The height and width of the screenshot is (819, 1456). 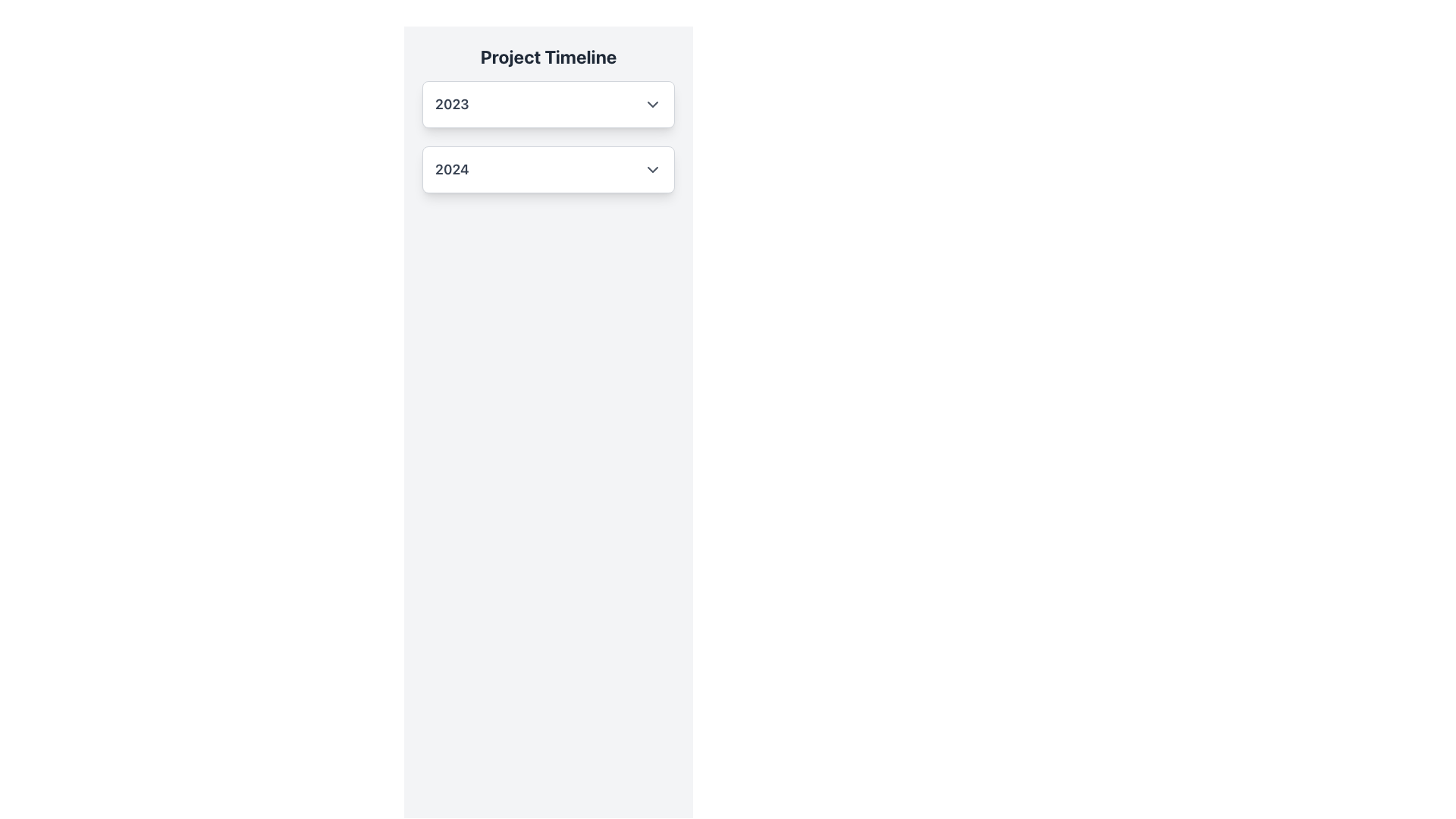 I want to click on the text label indicating the year in the timeline selection interface, which is positioned to the left of the dropdown arrow icon under the 'Project Timeline' heading, so click(x=451, y=104).